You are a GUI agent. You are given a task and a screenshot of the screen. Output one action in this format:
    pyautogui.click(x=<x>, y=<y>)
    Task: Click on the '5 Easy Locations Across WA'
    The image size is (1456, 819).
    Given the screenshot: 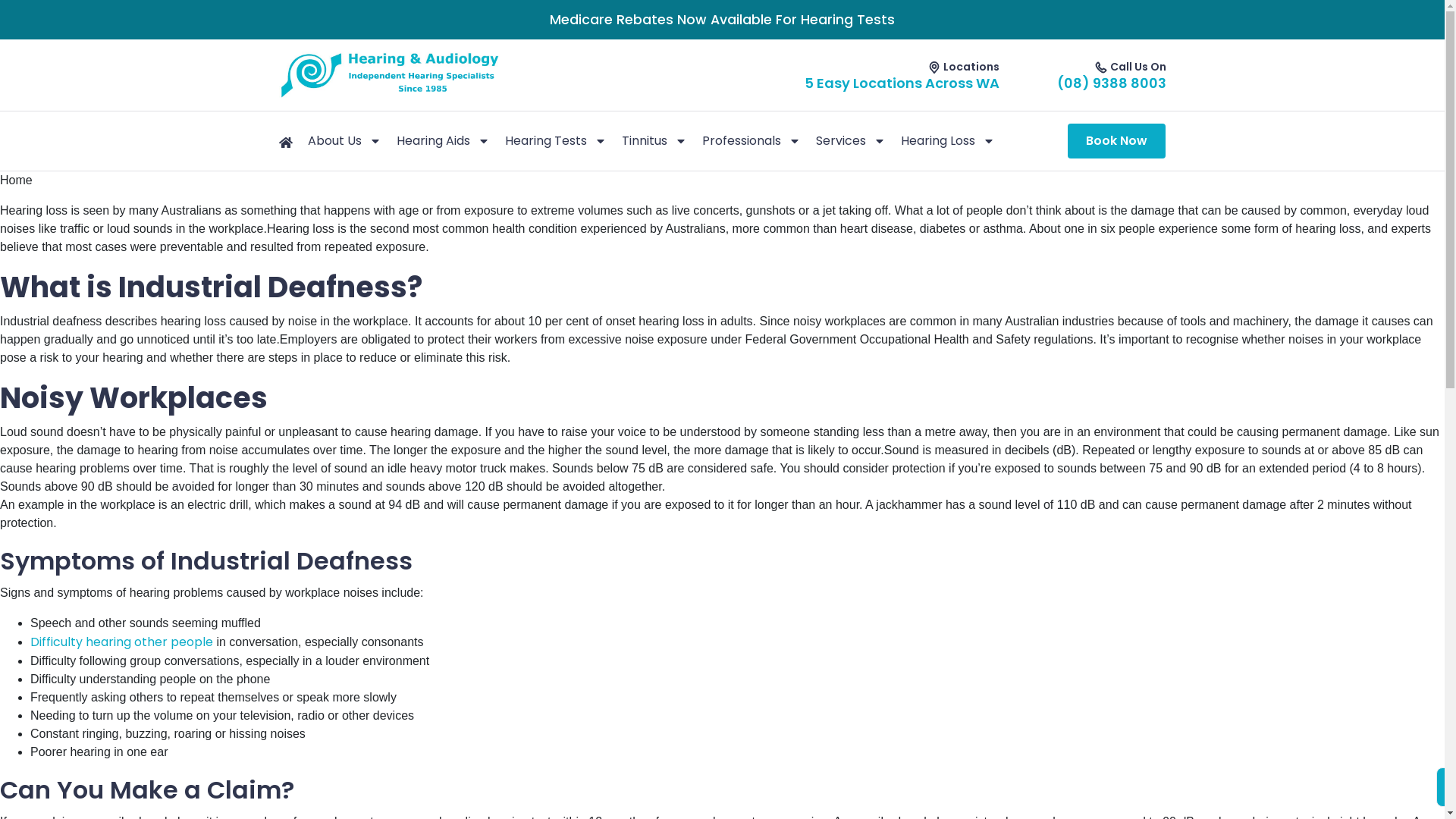 What is the action you would take?
    pyautogui.click(x=902, y=83)
    